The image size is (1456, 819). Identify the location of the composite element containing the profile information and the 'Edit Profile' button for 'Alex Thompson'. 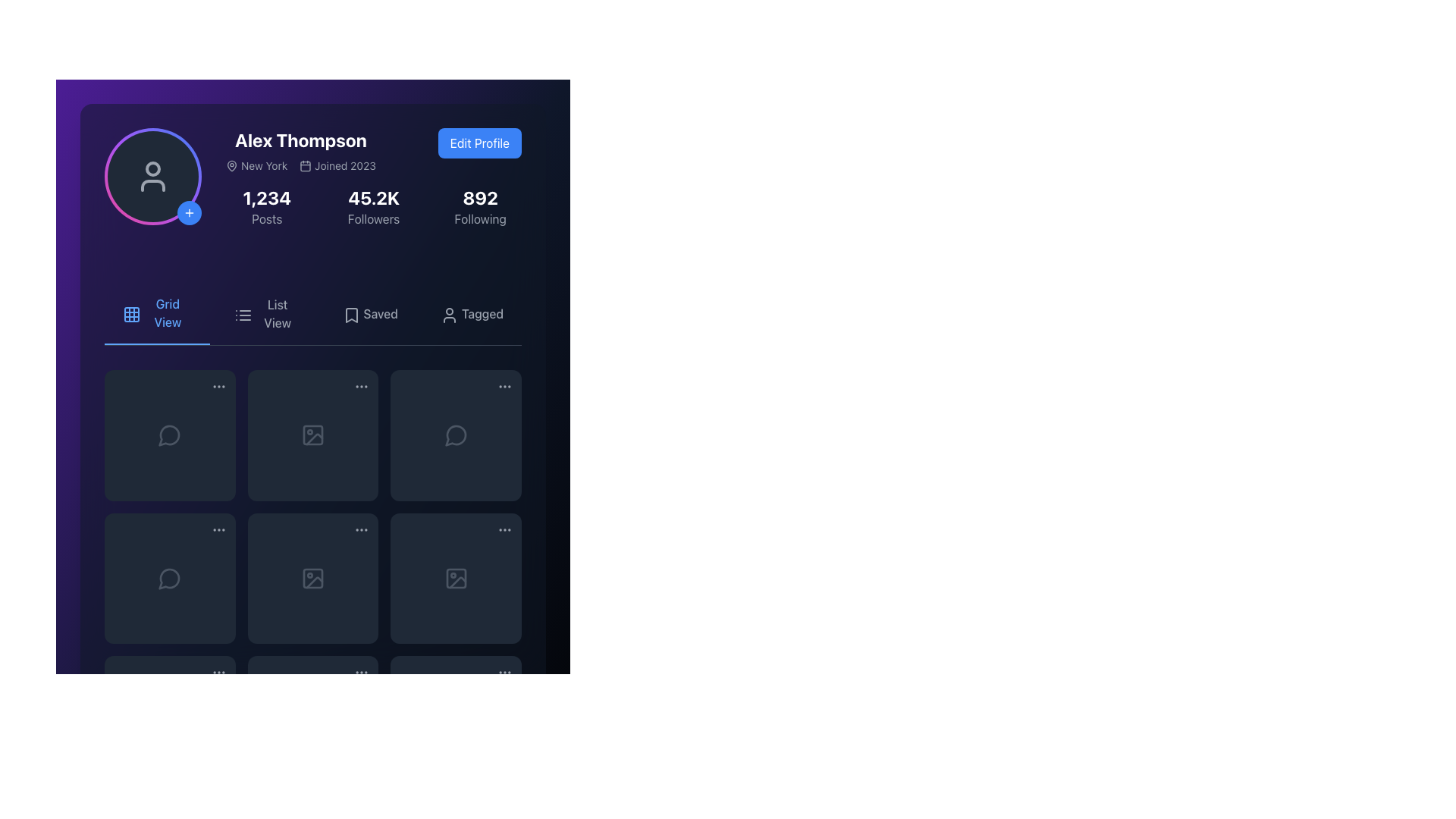
(374, 151).